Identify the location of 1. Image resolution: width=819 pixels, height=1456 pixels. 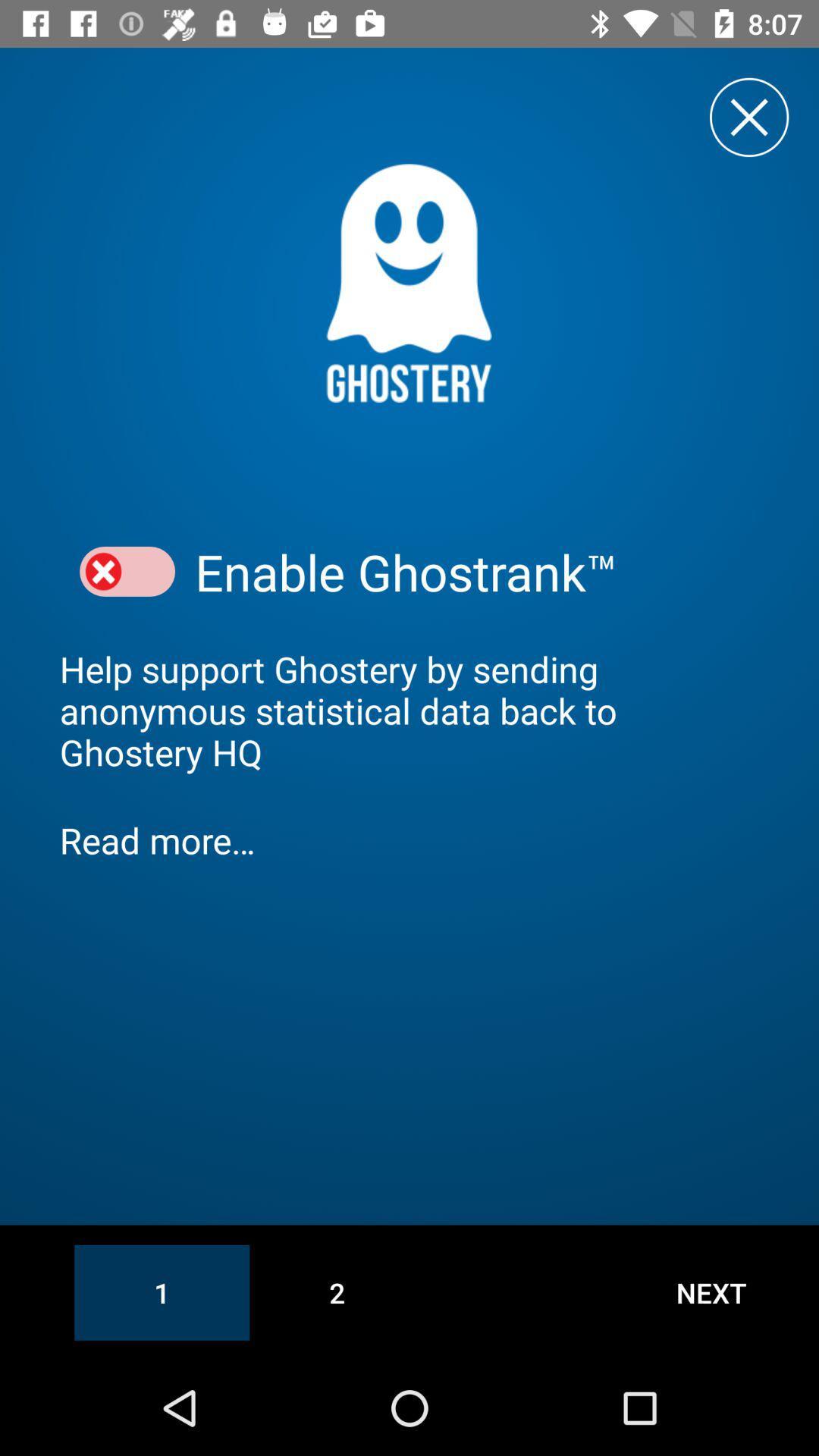
(162, 1291).